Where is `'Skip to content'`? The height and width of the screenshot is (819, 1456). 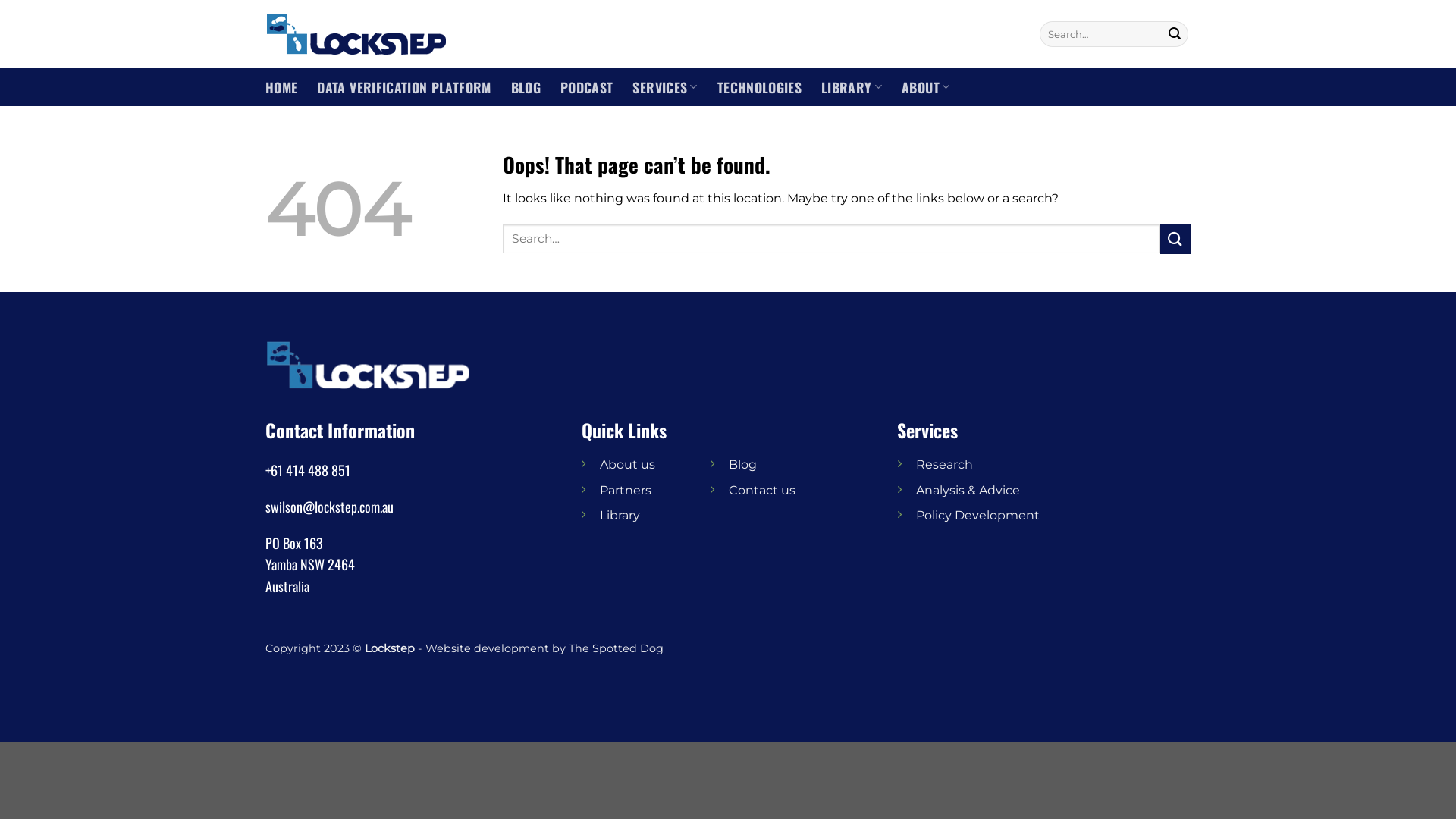 'Skip to content' is located at coordinates (0, 0).